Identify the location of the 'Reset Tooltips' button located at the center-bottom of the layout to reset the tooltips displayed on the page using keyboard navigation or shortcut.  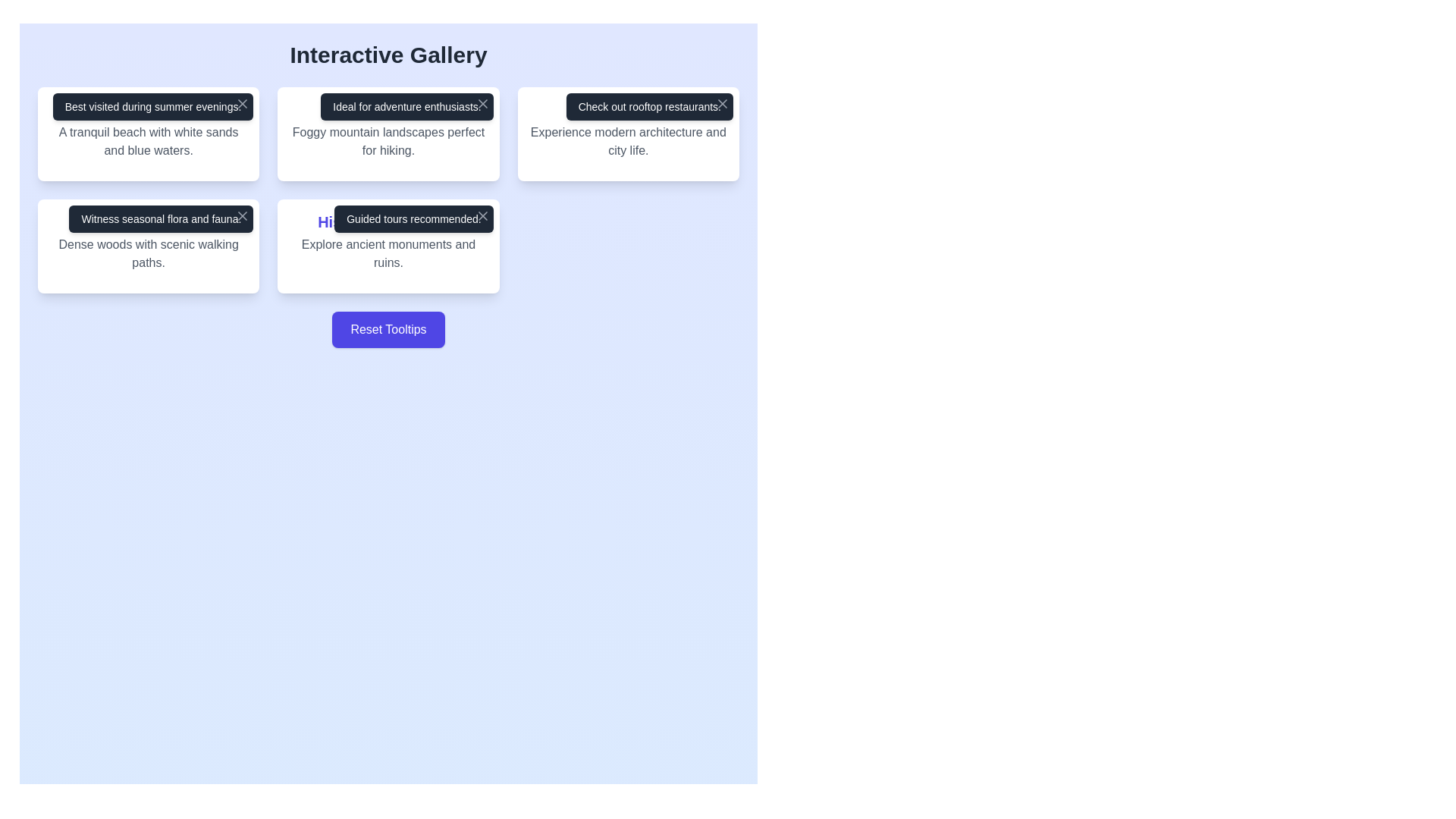
(388, 329).